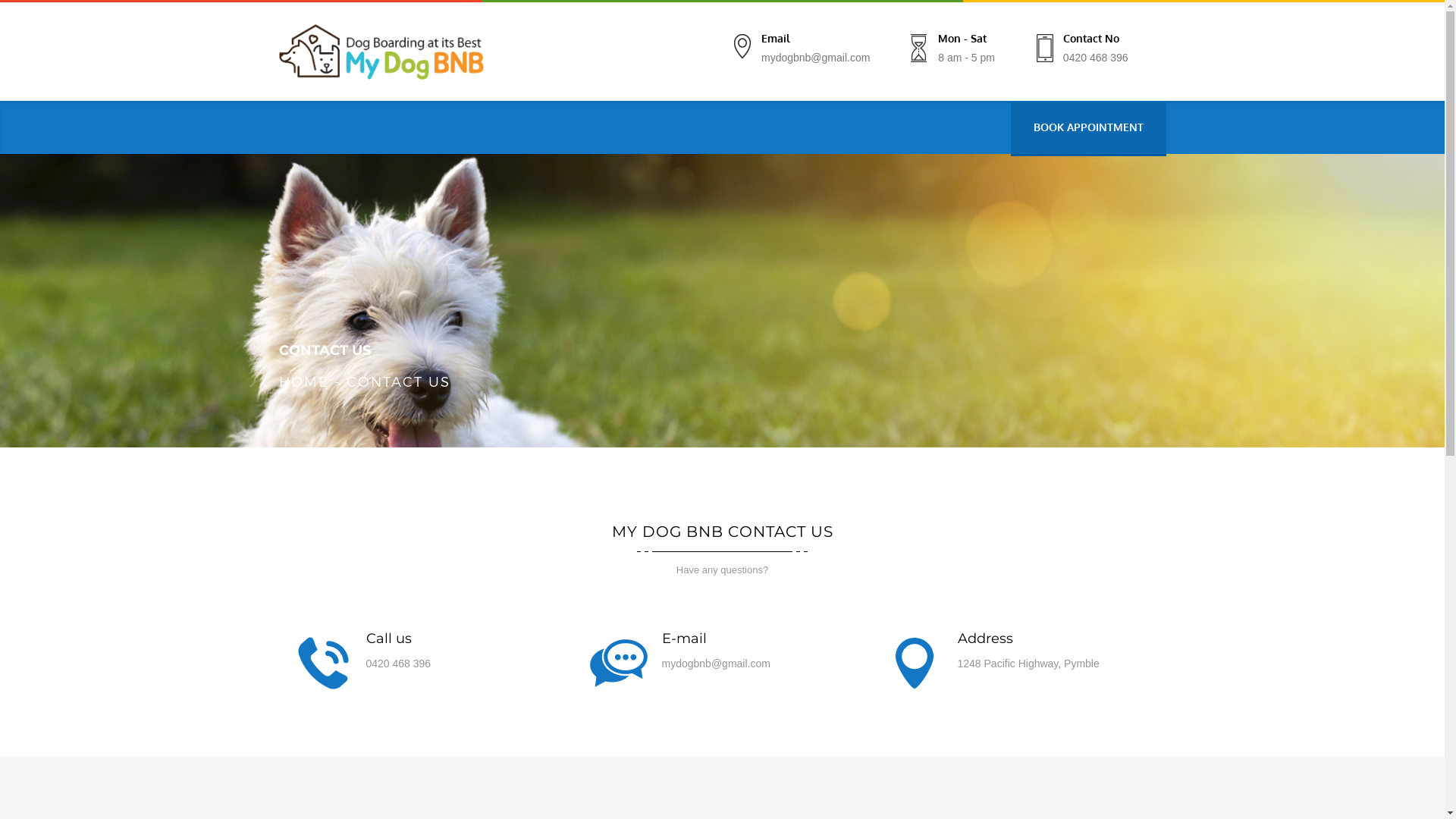 This screenshot has width=1456, height=819. What do you see at coordinates (1087, 127) in the screenshot?
I see `'BOOK APPOINTMENT'` at bounding box center [1087, 127].